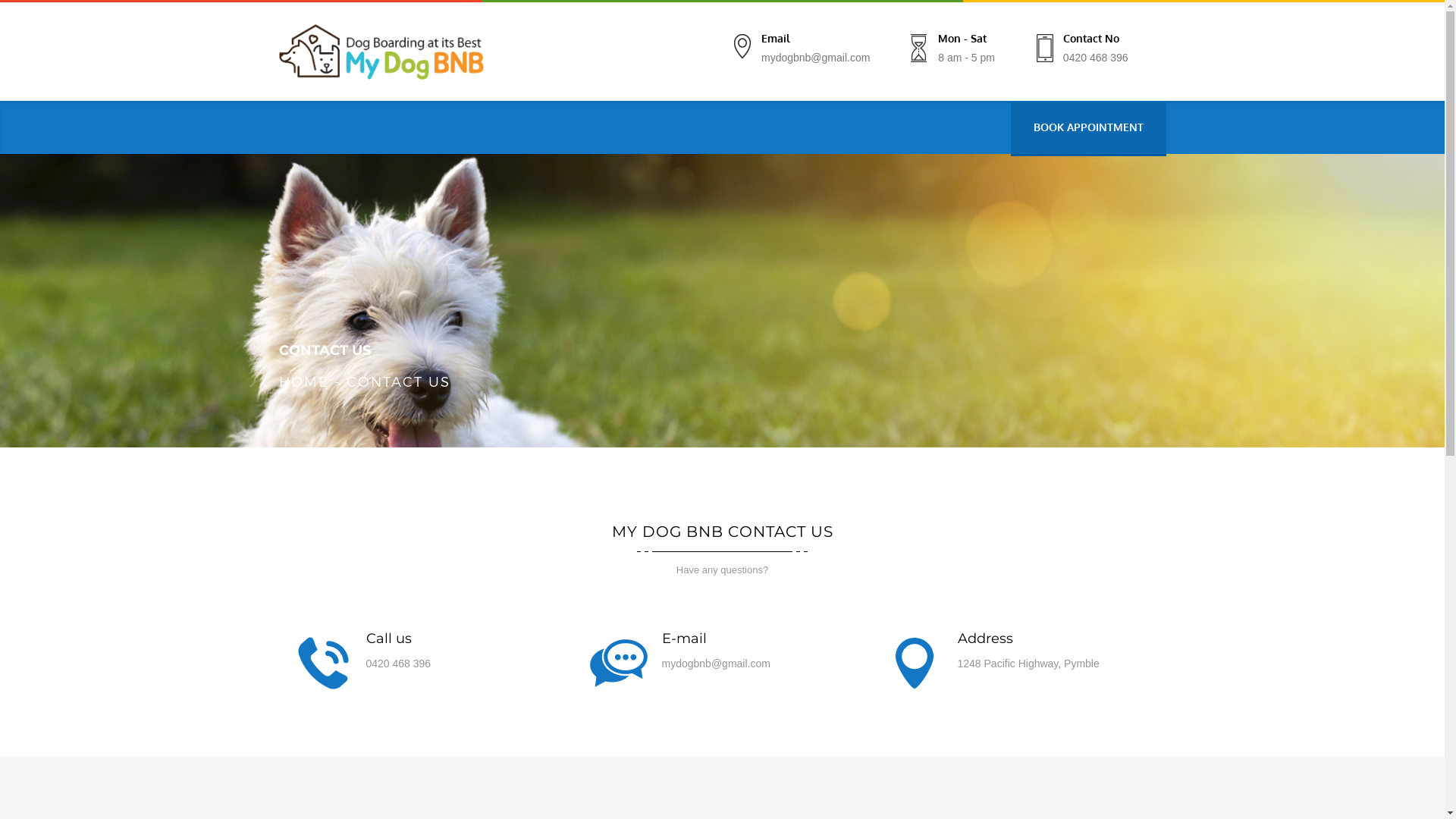 This screenshot has width=1456, height=819. What do you see at coordinates (1087, 127) in the screenshot?
I see `'BOOK APPOINTMENT'` at bounding box center [1087, 127].